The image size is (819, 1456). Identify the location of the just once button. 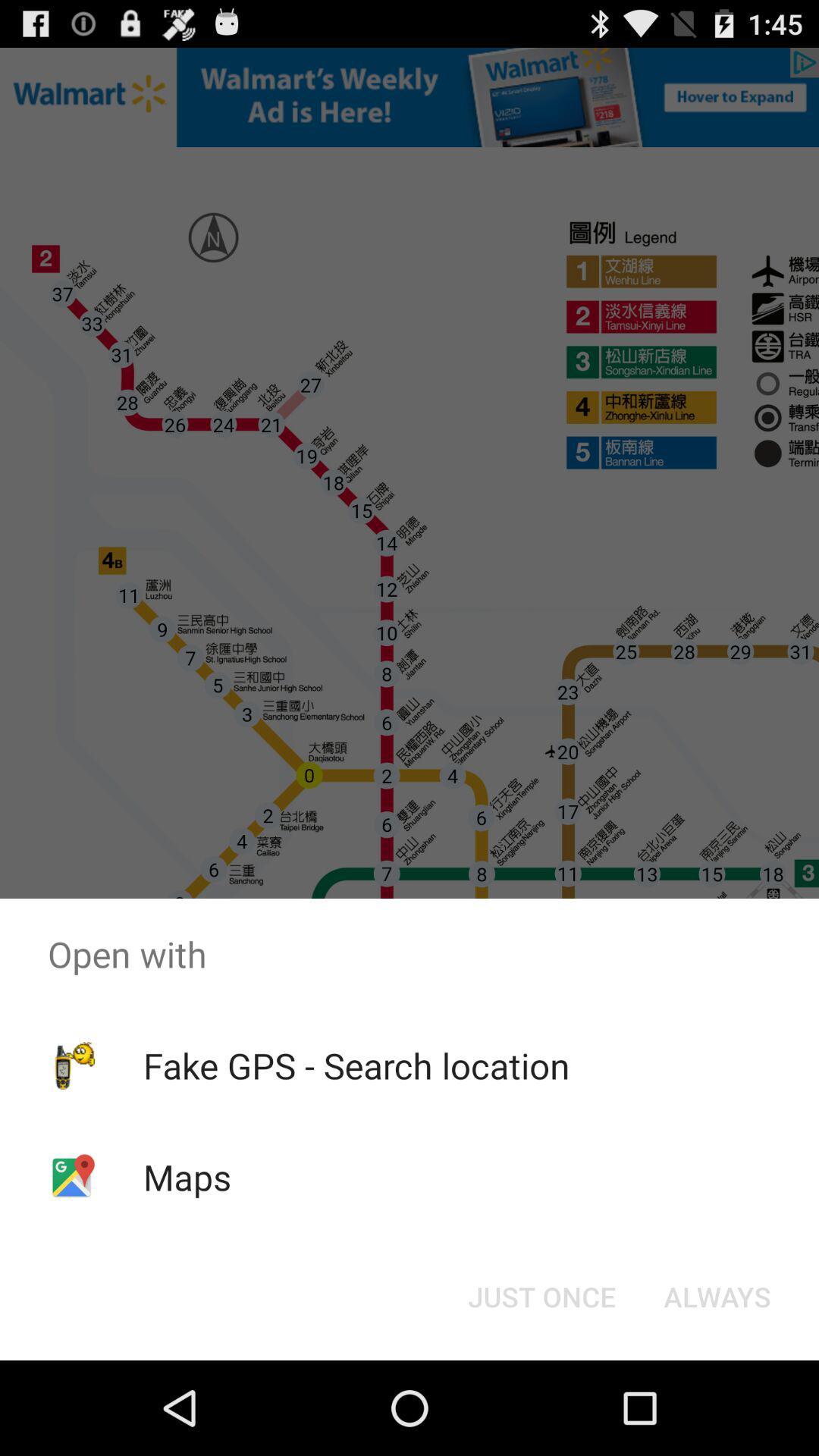
(541, 1295).